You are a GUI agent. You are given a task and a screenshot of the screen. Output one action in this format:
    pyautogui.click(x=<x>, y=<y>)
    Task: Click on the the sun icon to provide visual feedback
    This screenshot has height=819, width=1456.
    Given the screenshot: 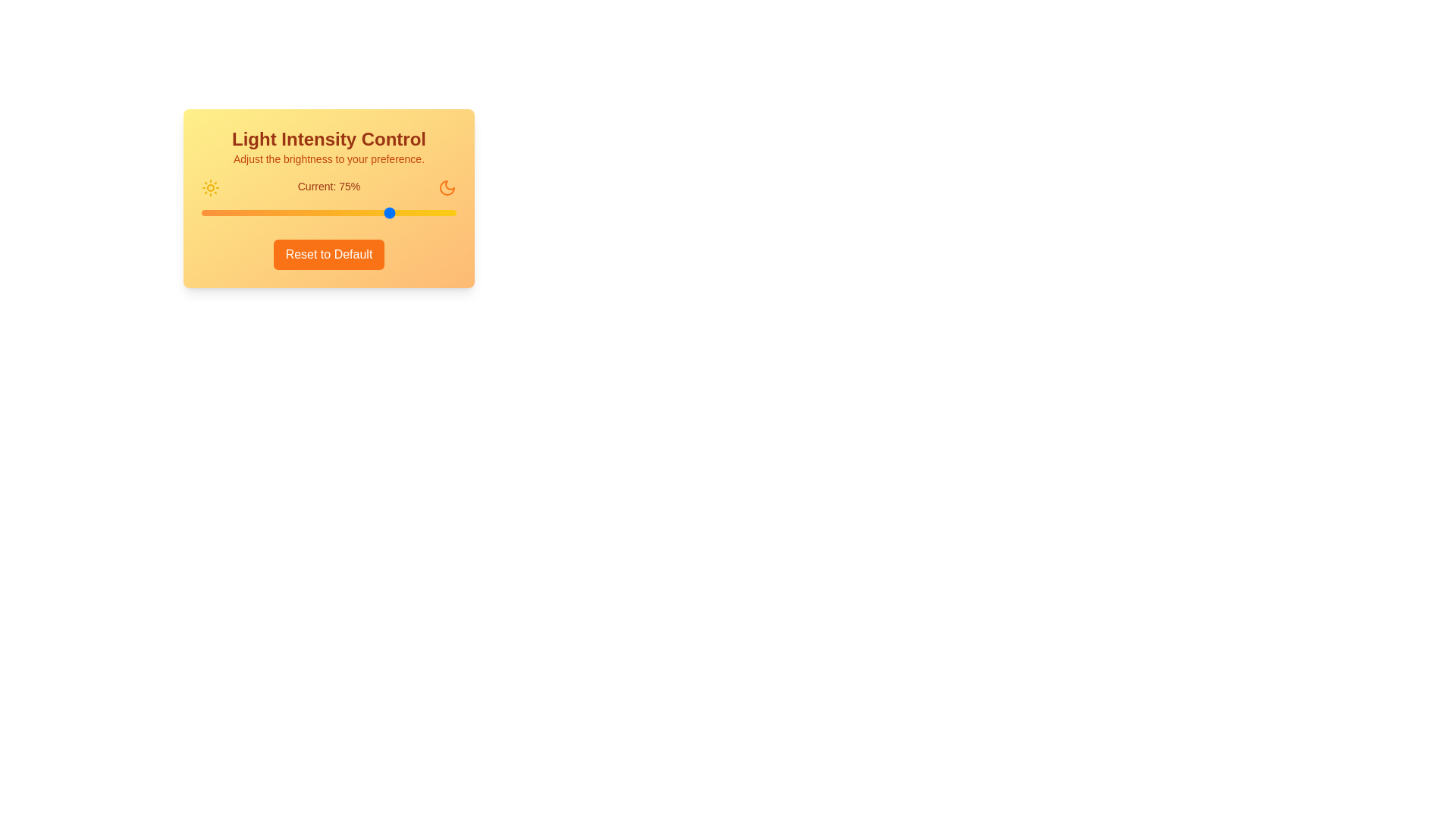 What is the action you would take?
    pyautogui.click(x=210, y=187)
    